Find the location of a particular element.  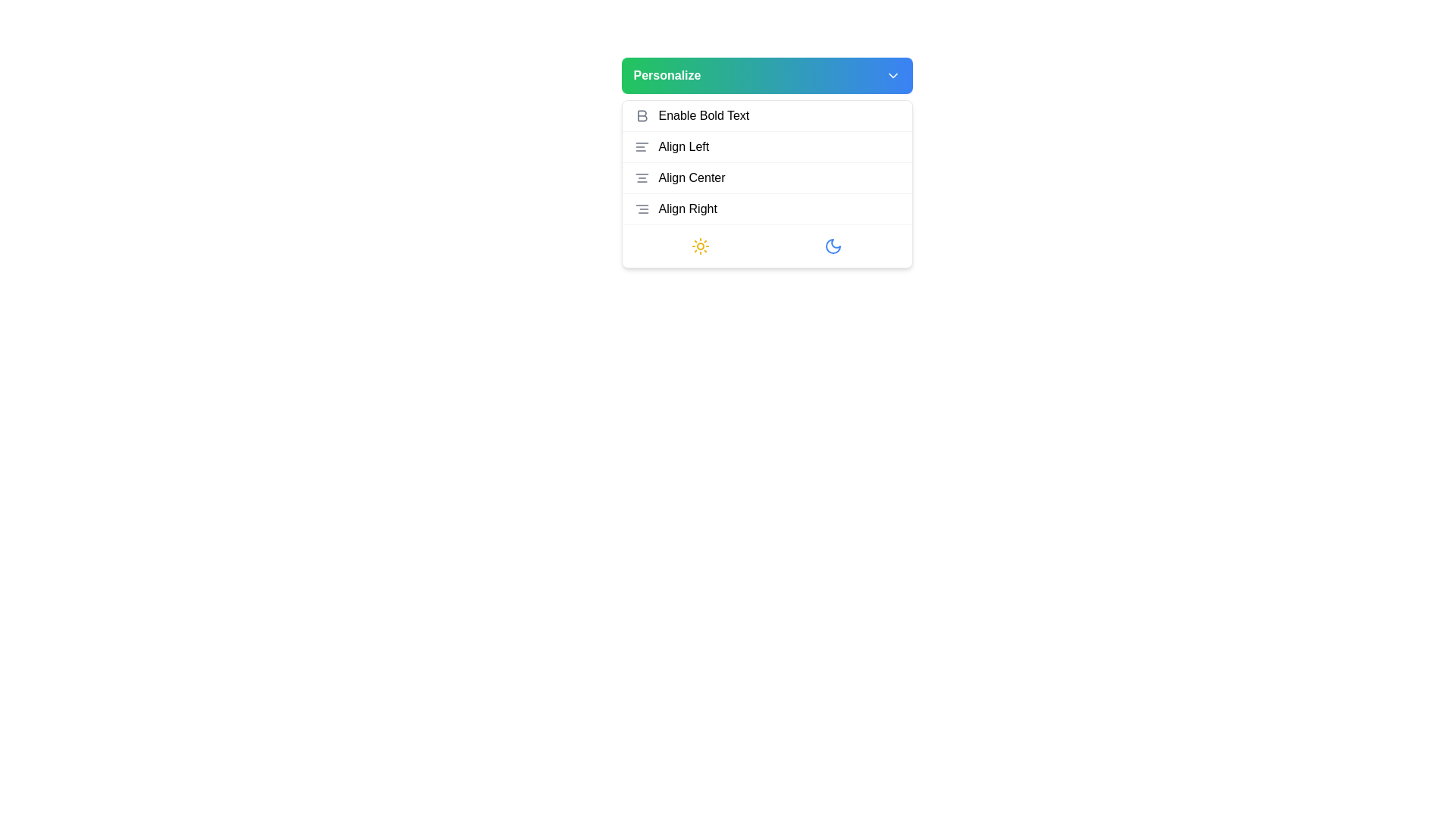

the gray 'Align Left' icon, which consists of three horizontal lines of varying lengths is located at coordinates (642, 146).